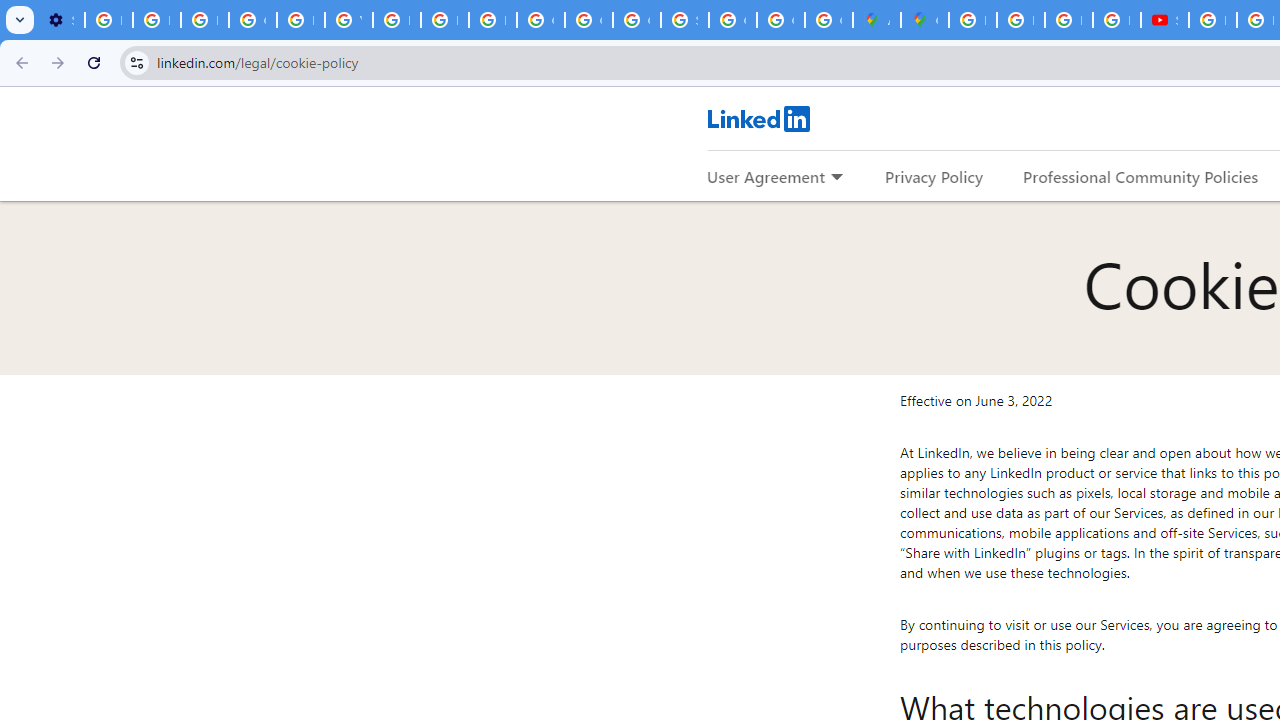  What do you see at coordinates (765, 175) in the screenshot?
I see `'User Agreement'` at bounding box center [765, 175].